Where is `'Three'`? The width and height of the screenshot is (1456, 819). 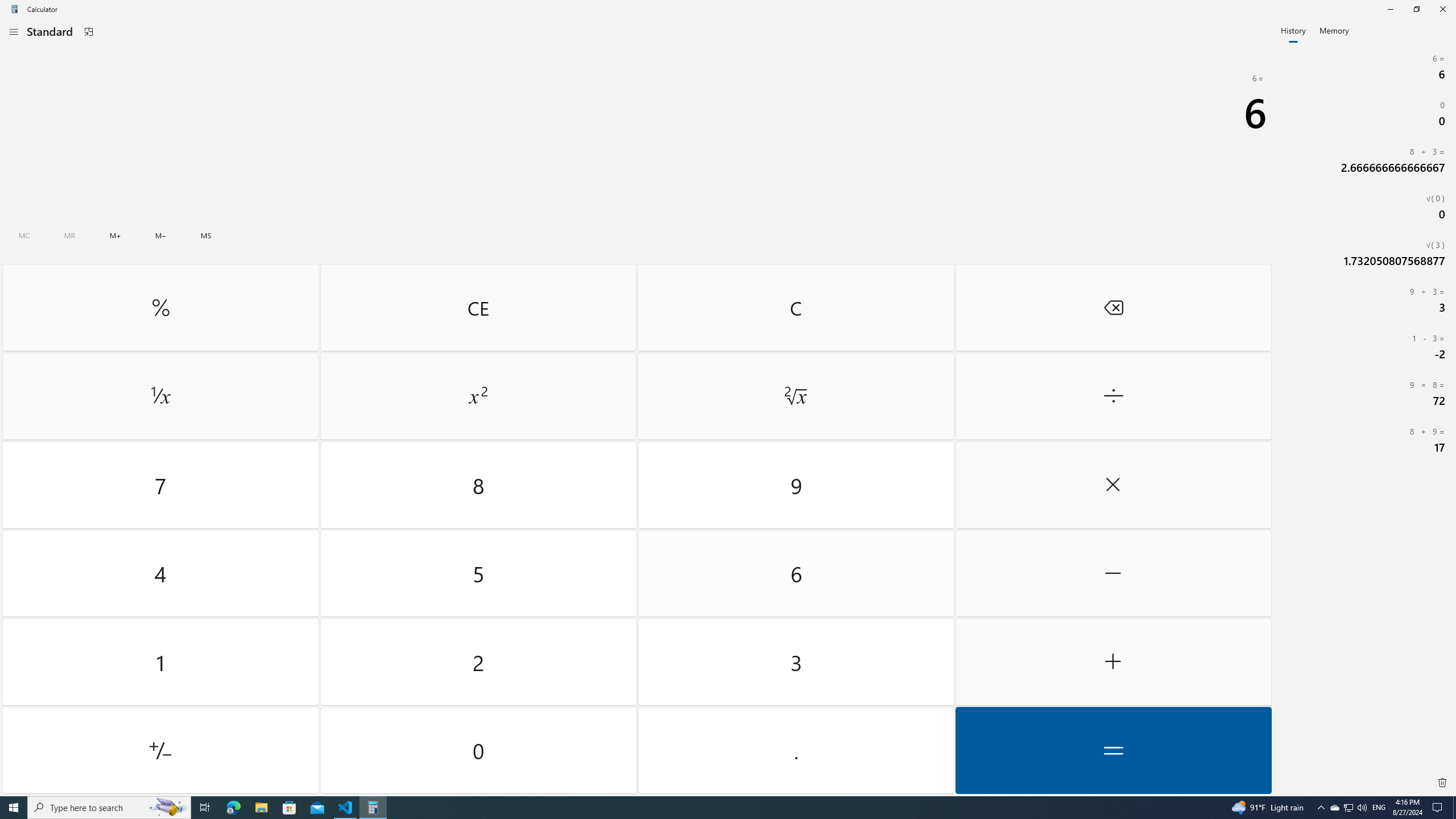
'Three' is located at coordinates (795, 662).